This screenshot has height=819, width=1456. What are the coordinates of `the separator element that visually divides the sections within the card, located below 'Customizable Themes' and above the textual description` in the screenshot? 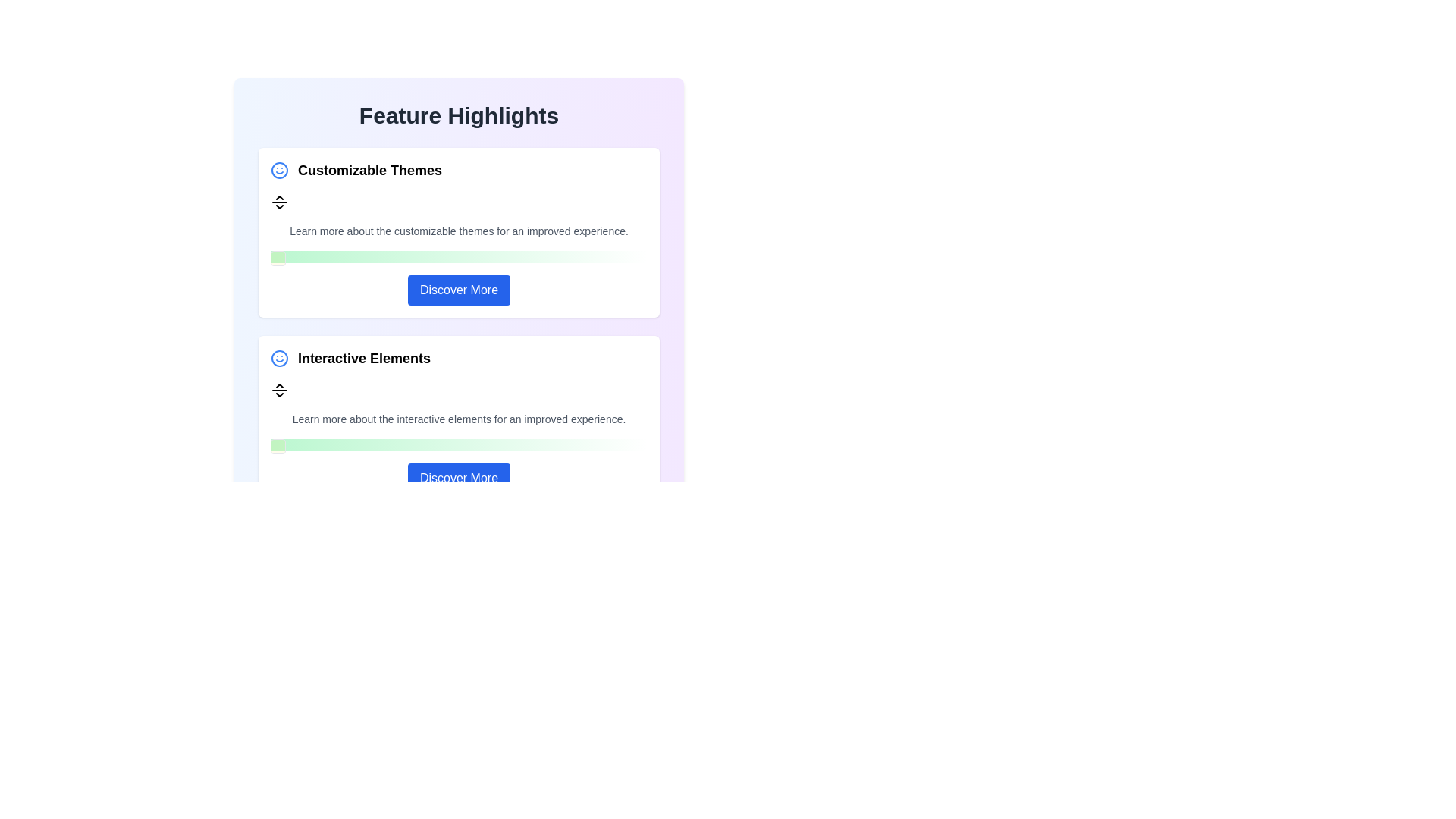 It's located at (280, 201).